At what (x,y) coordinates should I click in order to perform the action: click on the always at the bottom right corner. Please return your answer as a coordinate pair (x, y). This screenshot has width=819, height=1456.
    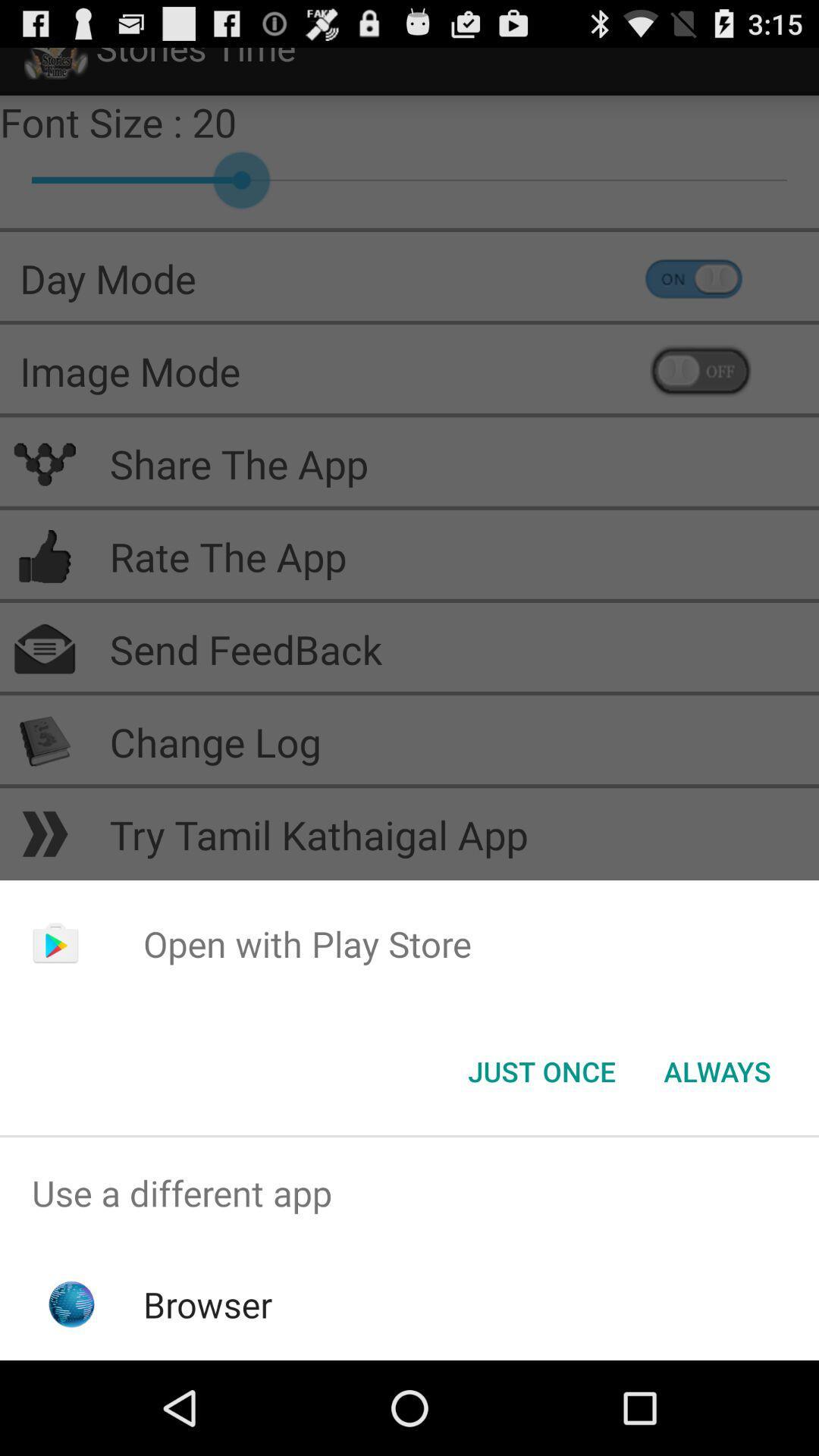
    Looking at the image, I should click on (717, 1070).